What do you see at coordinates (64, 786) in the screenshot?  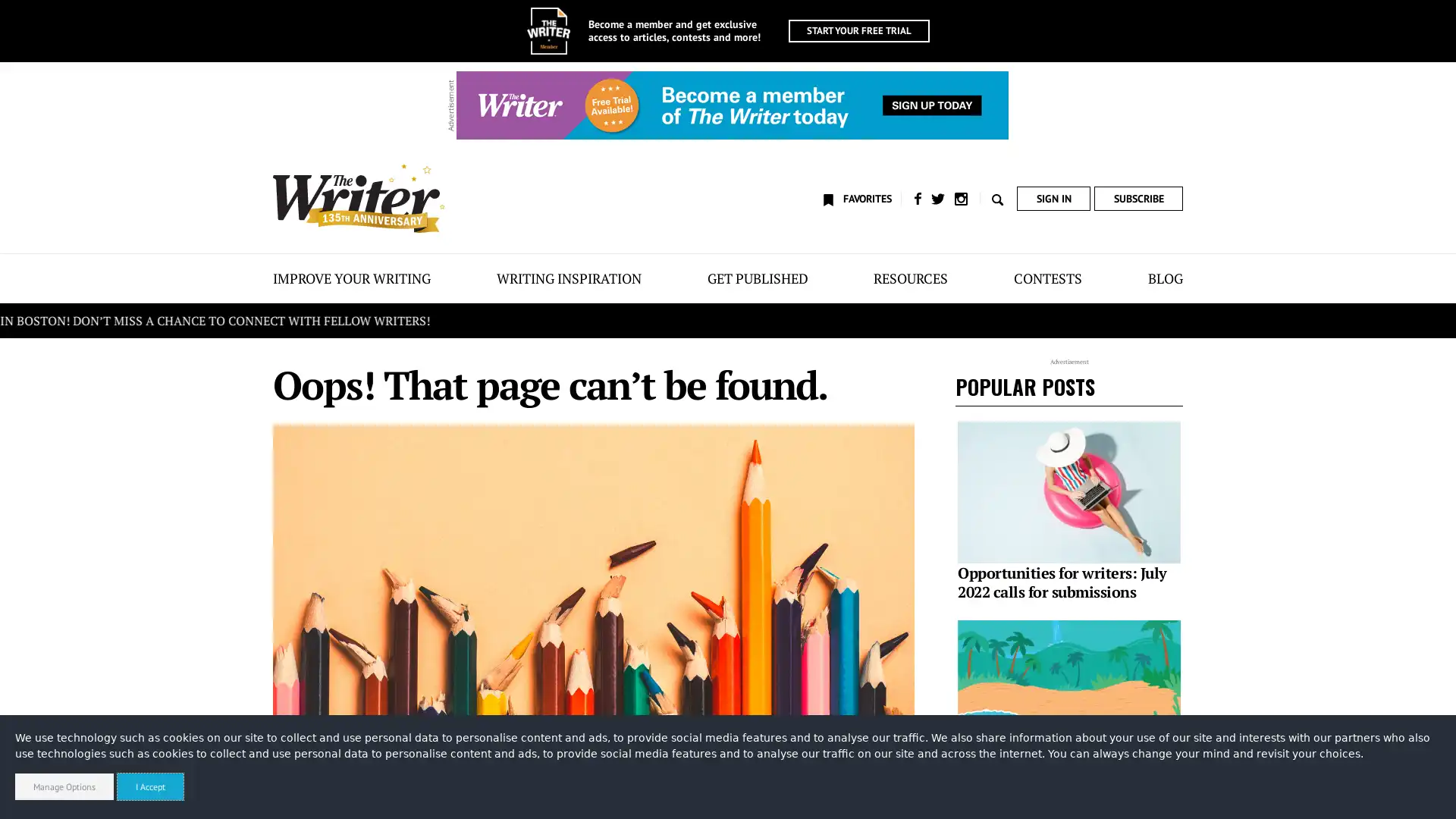 I see `Manage Options` at bounding box center [64, 786].